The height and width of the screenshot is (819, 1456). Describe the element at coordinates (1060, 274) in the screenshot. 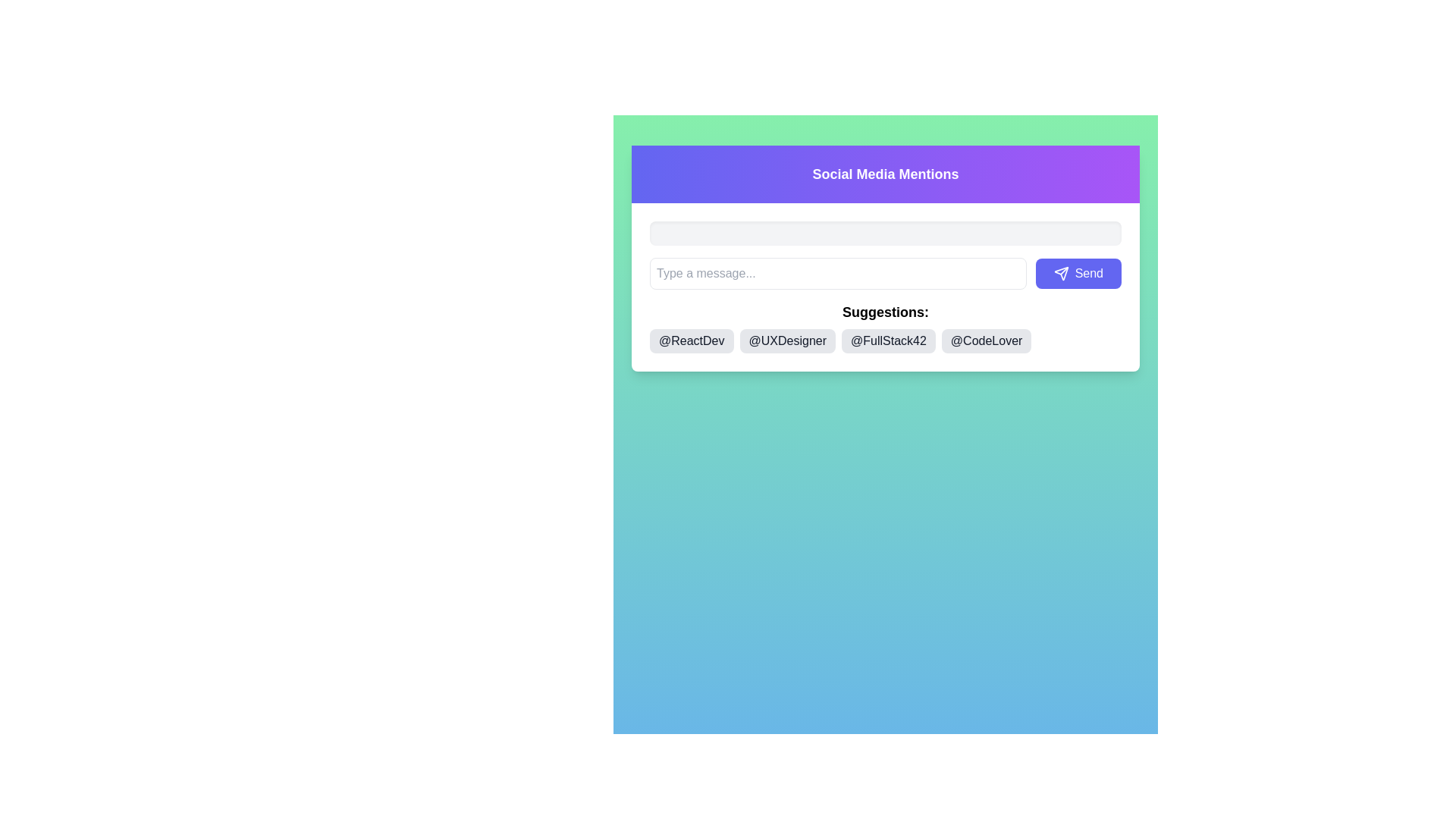

I see `the paper airplane icon located within the 'Send' button` at that location.